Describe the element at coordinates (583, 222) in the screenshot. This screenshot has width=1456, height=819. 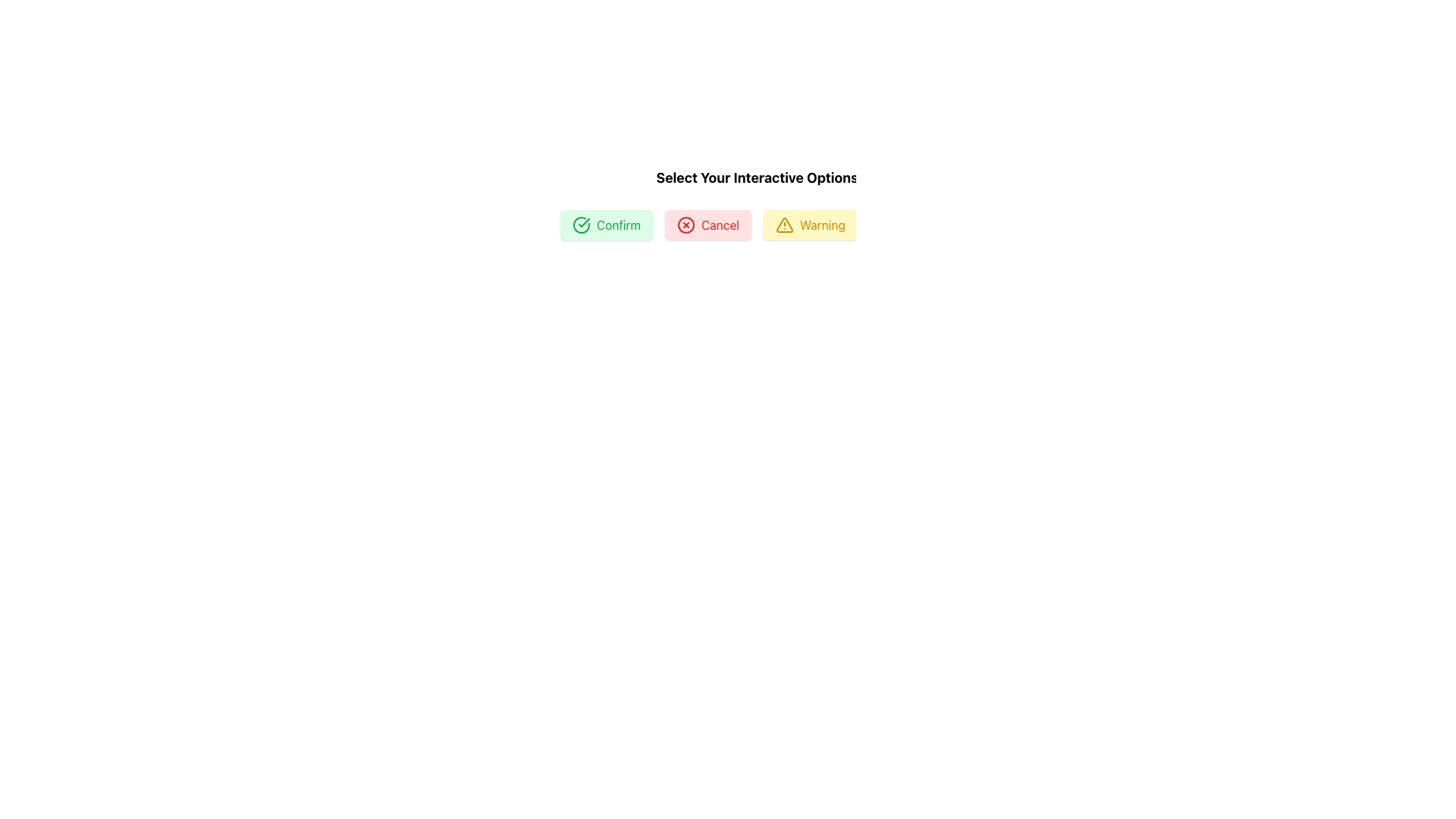
I see `the checkmark icon located immediately to the left of the 'Confirm' label in the top area of the button group` at that location.